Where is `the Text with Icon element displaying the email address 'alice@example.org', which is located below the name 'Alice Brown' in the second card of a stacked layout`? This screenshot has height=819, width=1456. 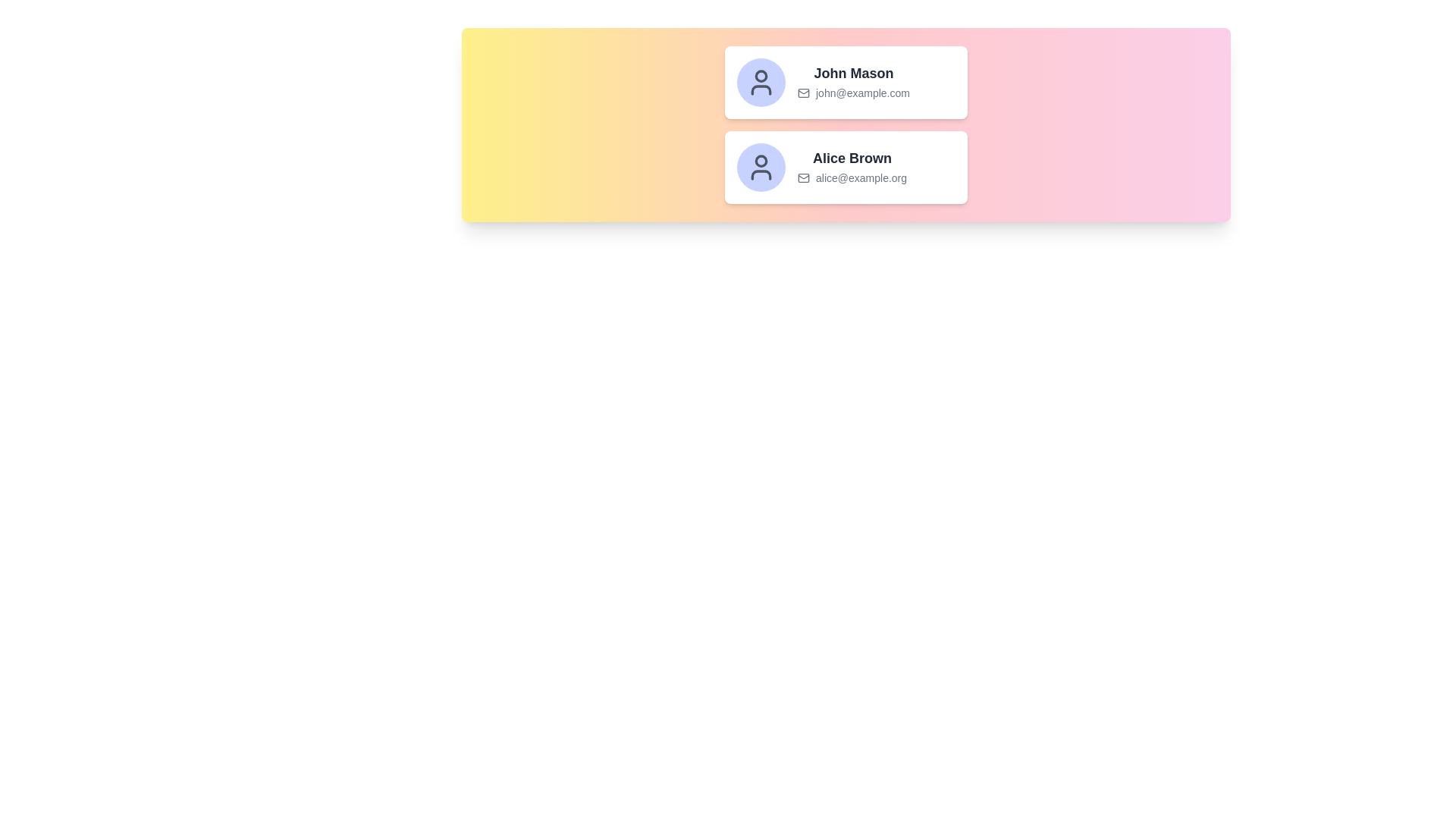
the Text with Icon element displaying the email address 'alice@example.org', which is located below the name 'Alice Brown' in the second card of a stacked layout is located at coordinates (852, 177).